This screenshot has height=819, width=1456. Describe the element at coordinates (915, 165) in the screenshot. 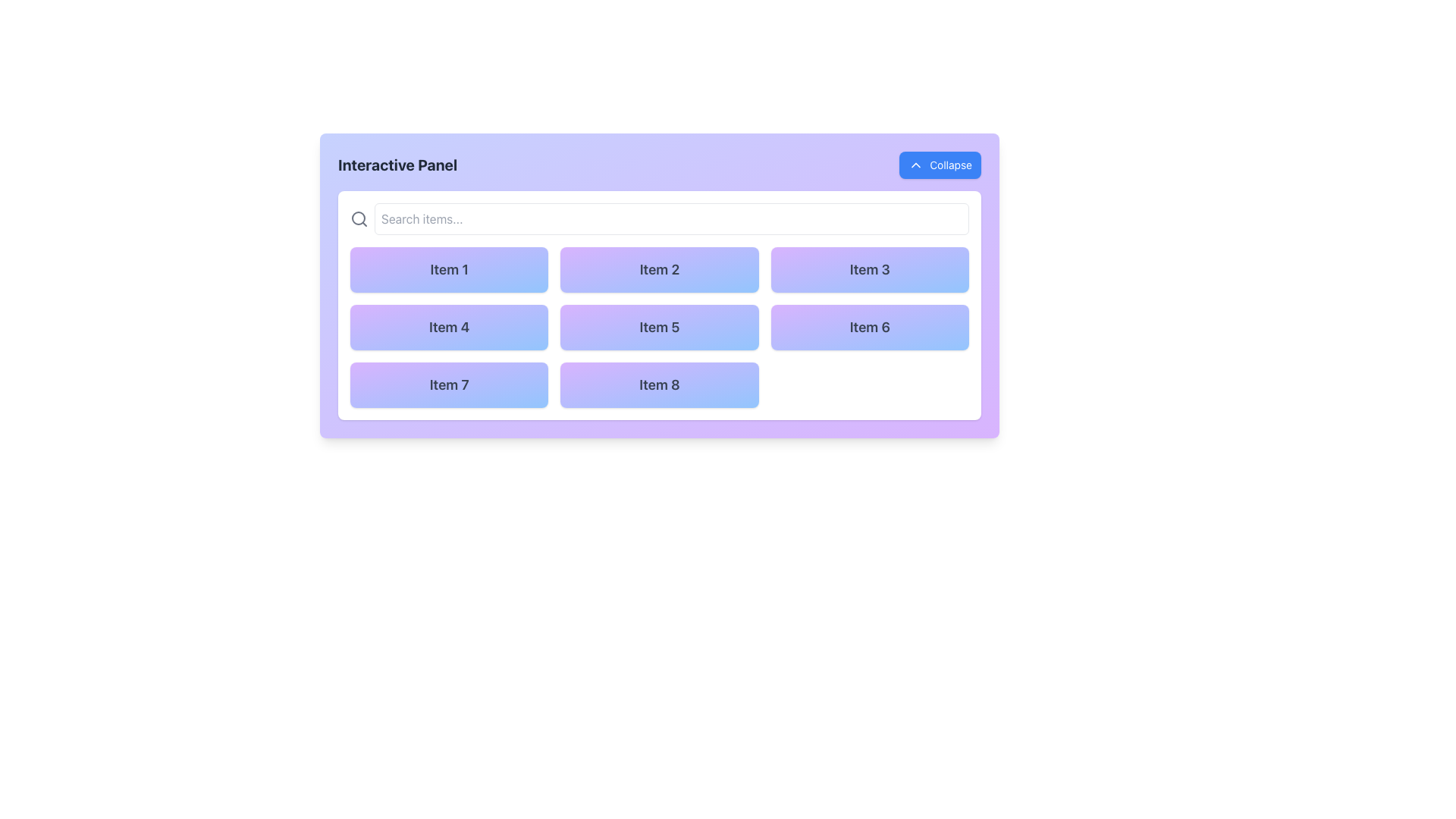

I see `the collapsing icon located to the left of the 'Collapse' button in the top-right corner of the interface` at that location.